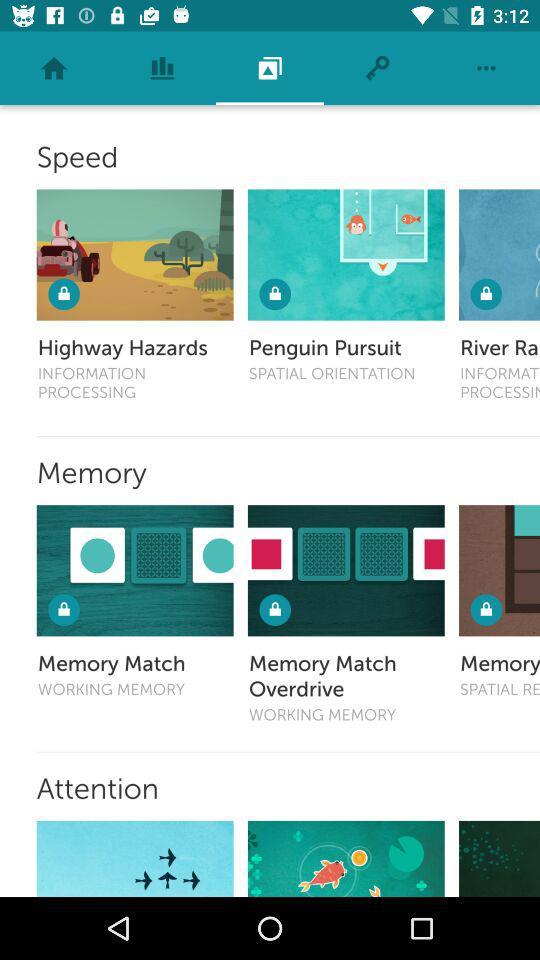  What do you see at coordinates (345, 253) in the screenshot?
I see `penguin pursuit` at bounding box center [345, 253].